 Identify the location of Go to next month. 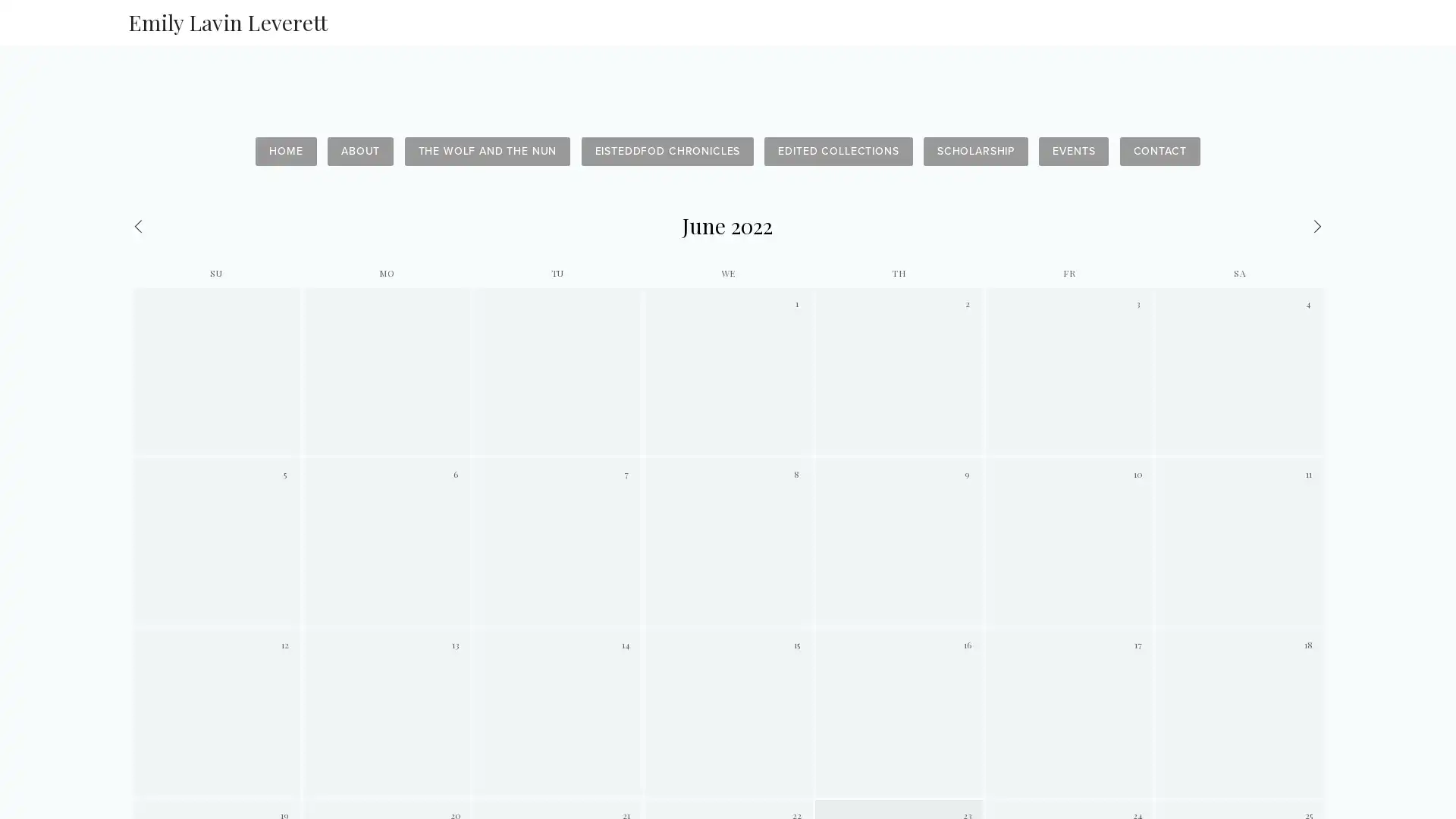
(1242, 225).